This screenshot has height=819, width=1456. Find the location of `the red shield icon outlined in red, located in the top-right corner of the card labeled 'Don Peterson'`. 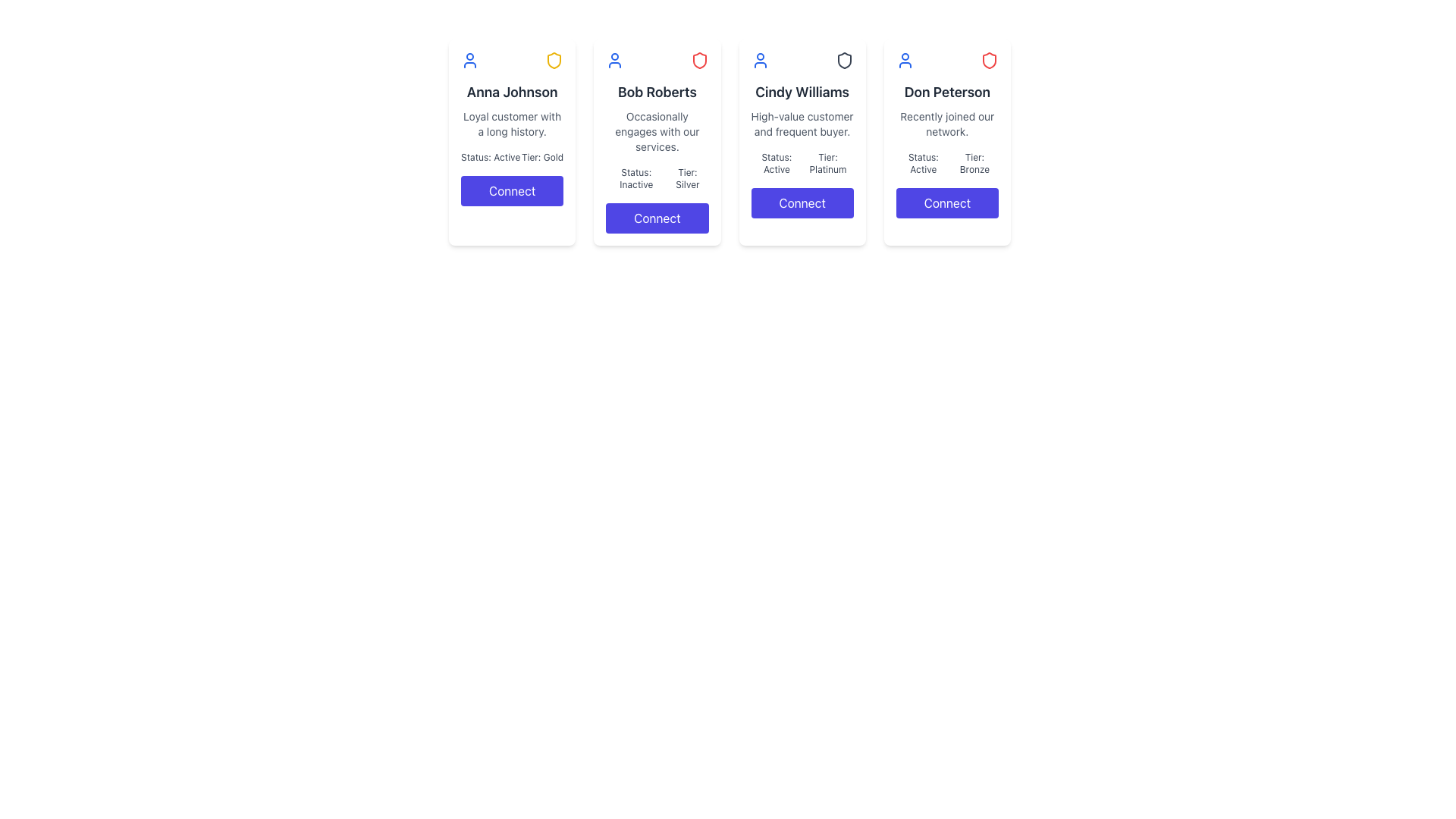

the red shield icon outlined in red, located in the top-right corner of the card labeled 'Don Peterson' is located at coordinates (990, 60).